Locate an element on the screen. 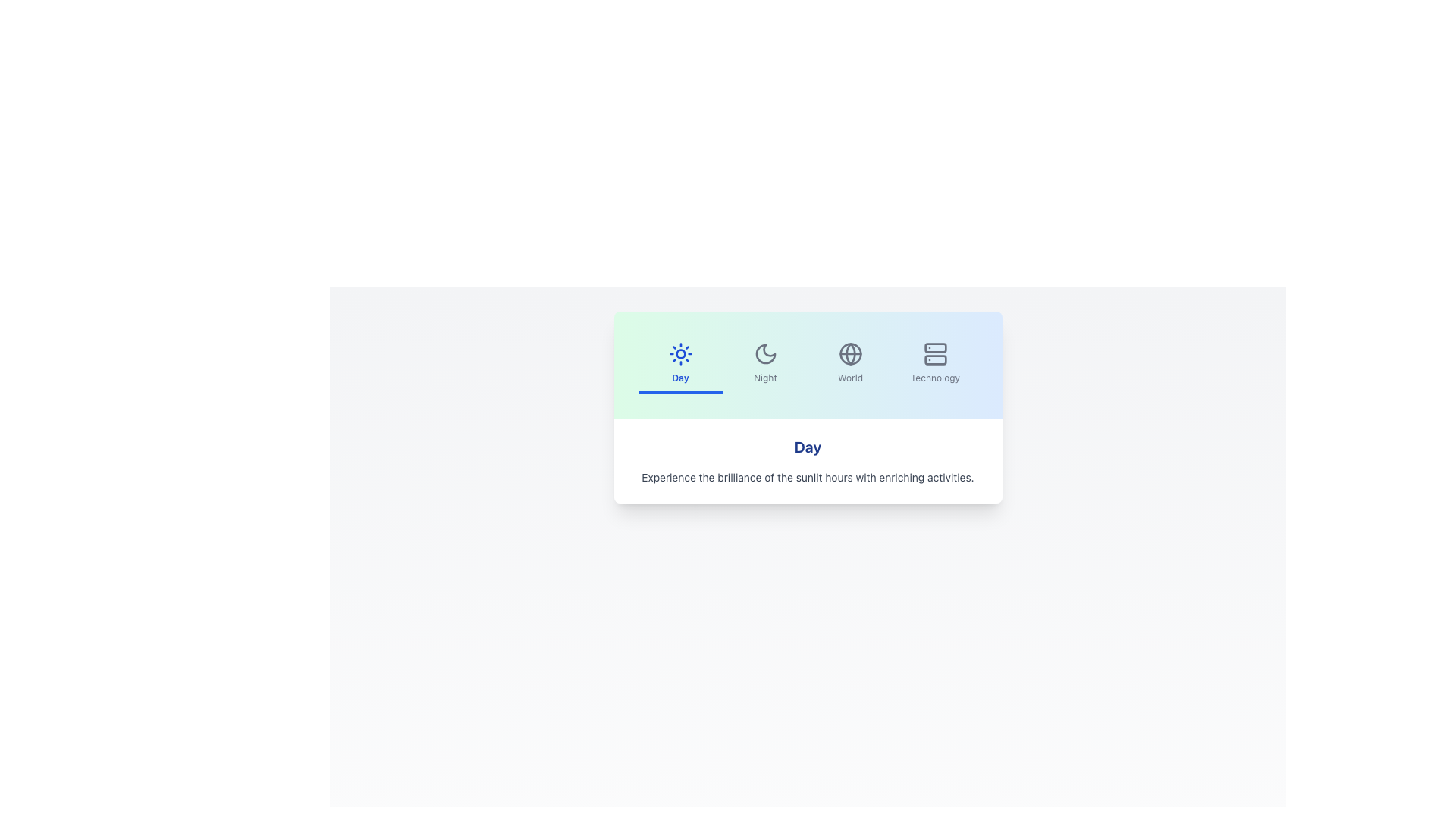 Image resolution: width=1456 pixels, height=819 pixels. the 'Technology' category icon, which is centrally positioned in the tab menu with an associated text label beneath it is located at coordinates (934, 353).